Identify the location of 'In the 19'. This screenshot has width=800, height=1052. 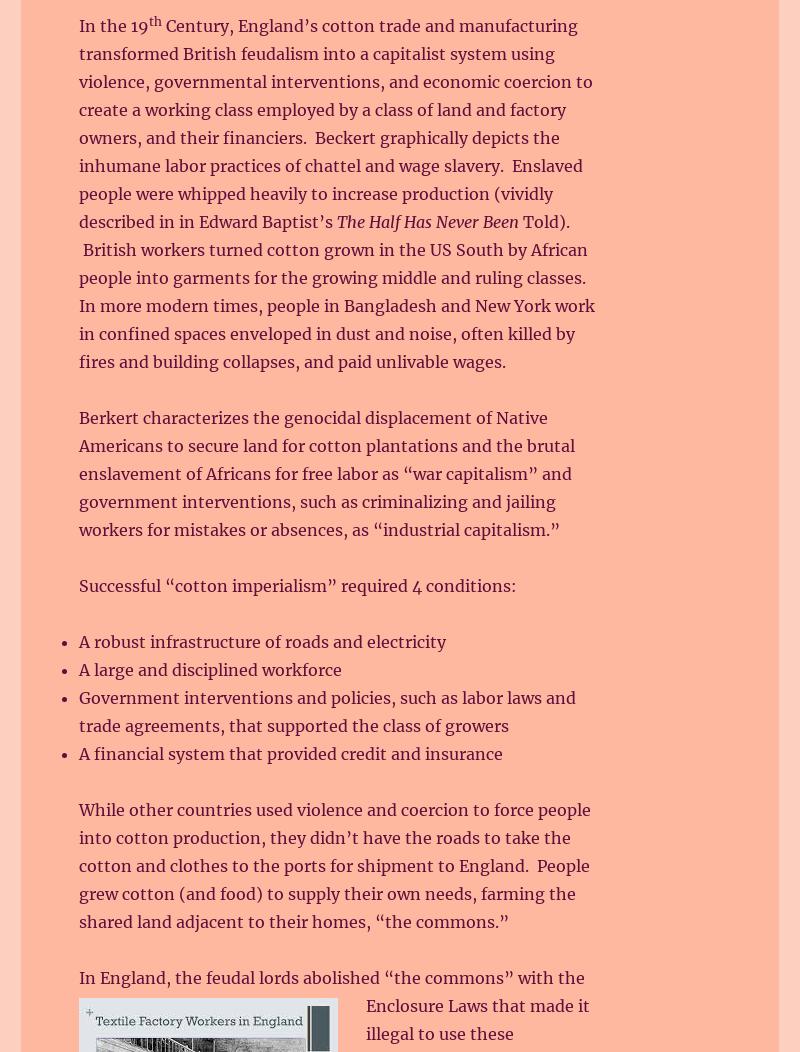
(79, 25).